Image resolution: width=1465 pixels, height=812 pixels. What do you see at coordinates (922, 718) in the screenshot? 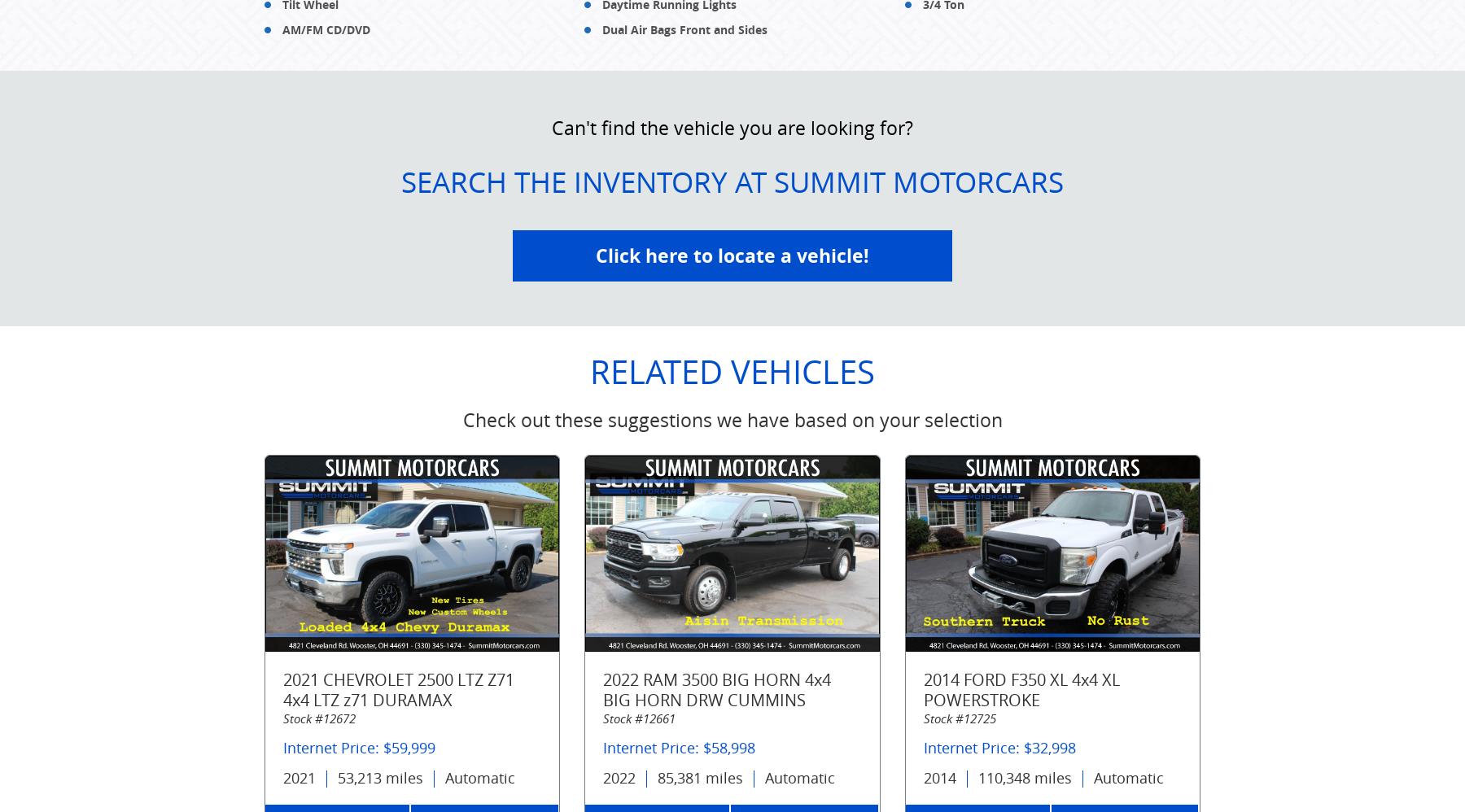
I see `'Stock #12725'` at bounding box center [922, 718].